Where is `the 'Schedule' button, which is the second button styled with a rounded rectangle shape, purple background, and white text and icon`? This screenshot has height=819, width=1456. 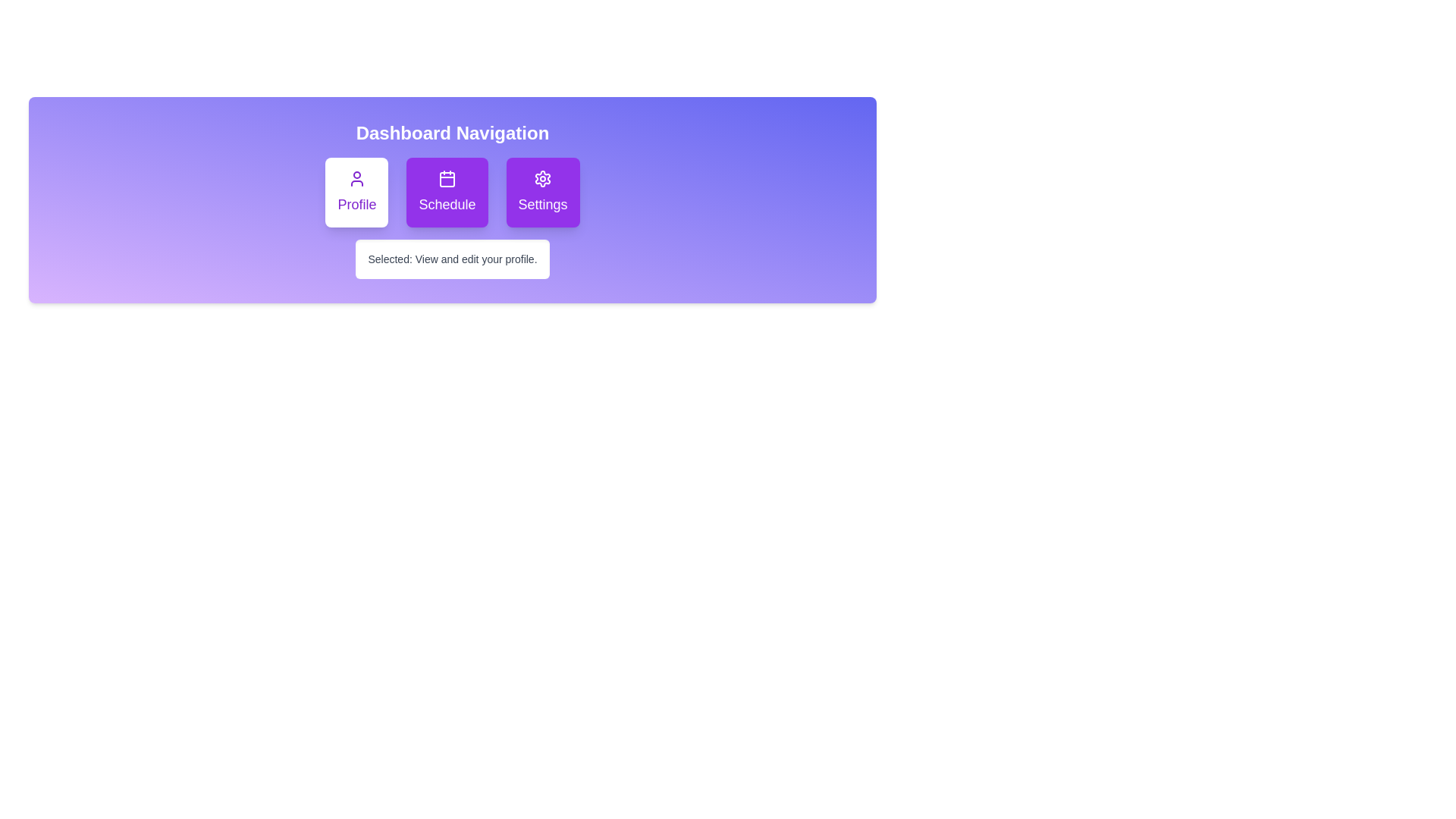
the 'Schedule' button, which is the second button styled with a rounded rectangle shape, purple background, and white text and icon is located at coordinates (447, 192).